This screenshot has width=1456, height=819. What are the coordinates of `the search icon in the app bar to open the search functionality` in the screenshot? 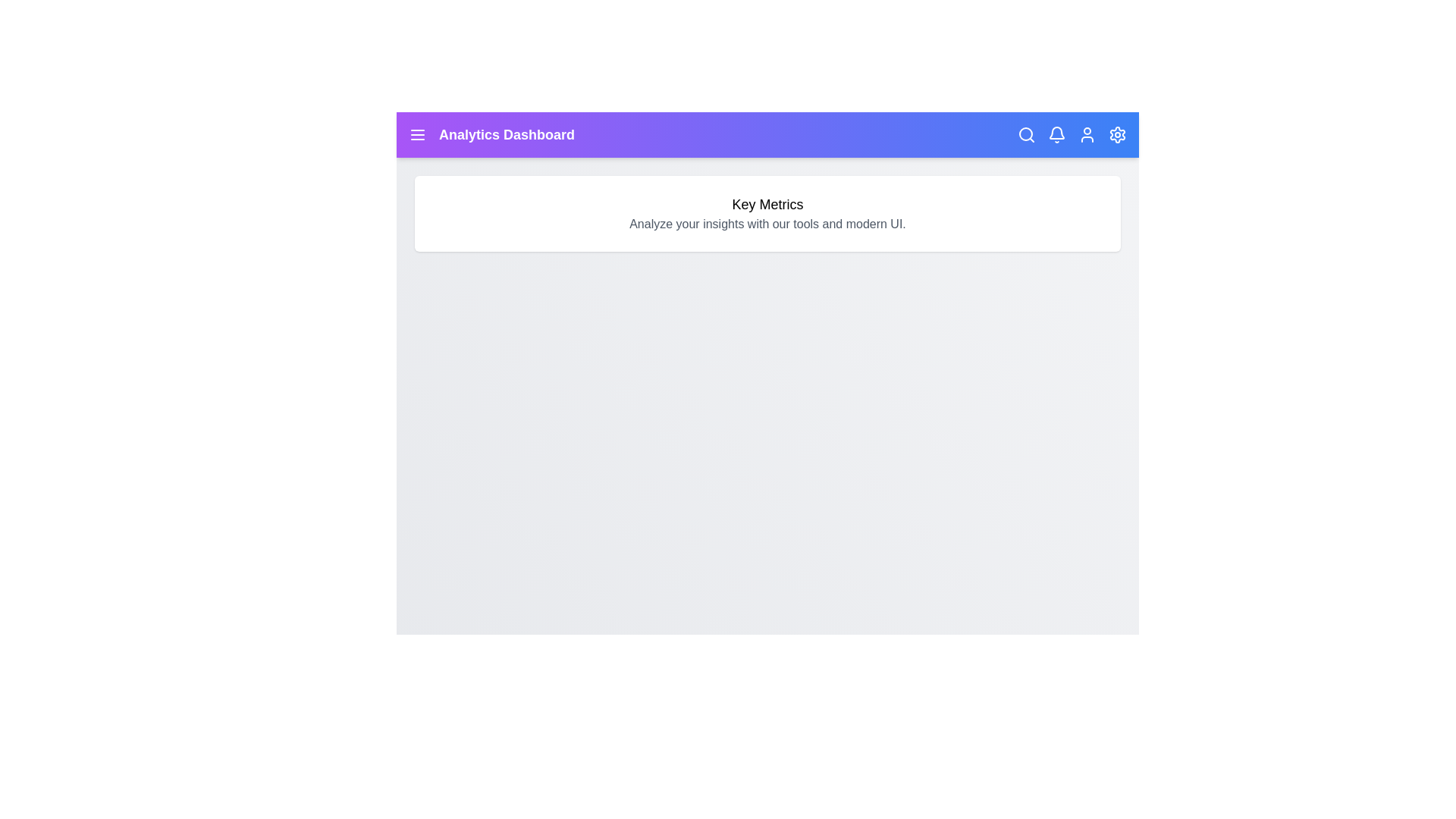 It's located at (1026, 133).